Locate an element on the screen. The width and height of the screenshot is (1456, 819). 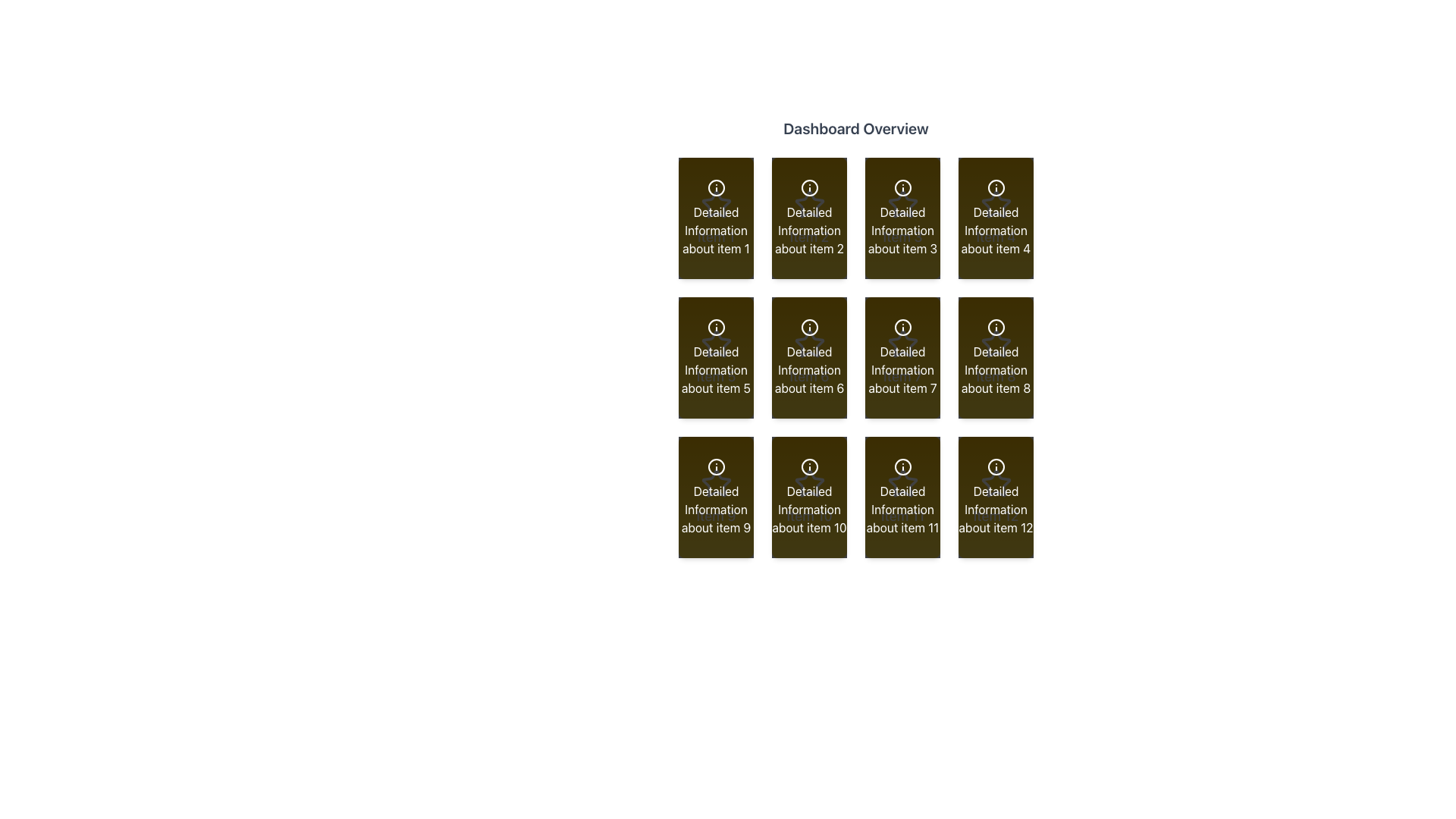
the icon for detailed information about item 3, which is positioned at the top center of the card in the first row of the grid layout is located at coordinates (902, 187).